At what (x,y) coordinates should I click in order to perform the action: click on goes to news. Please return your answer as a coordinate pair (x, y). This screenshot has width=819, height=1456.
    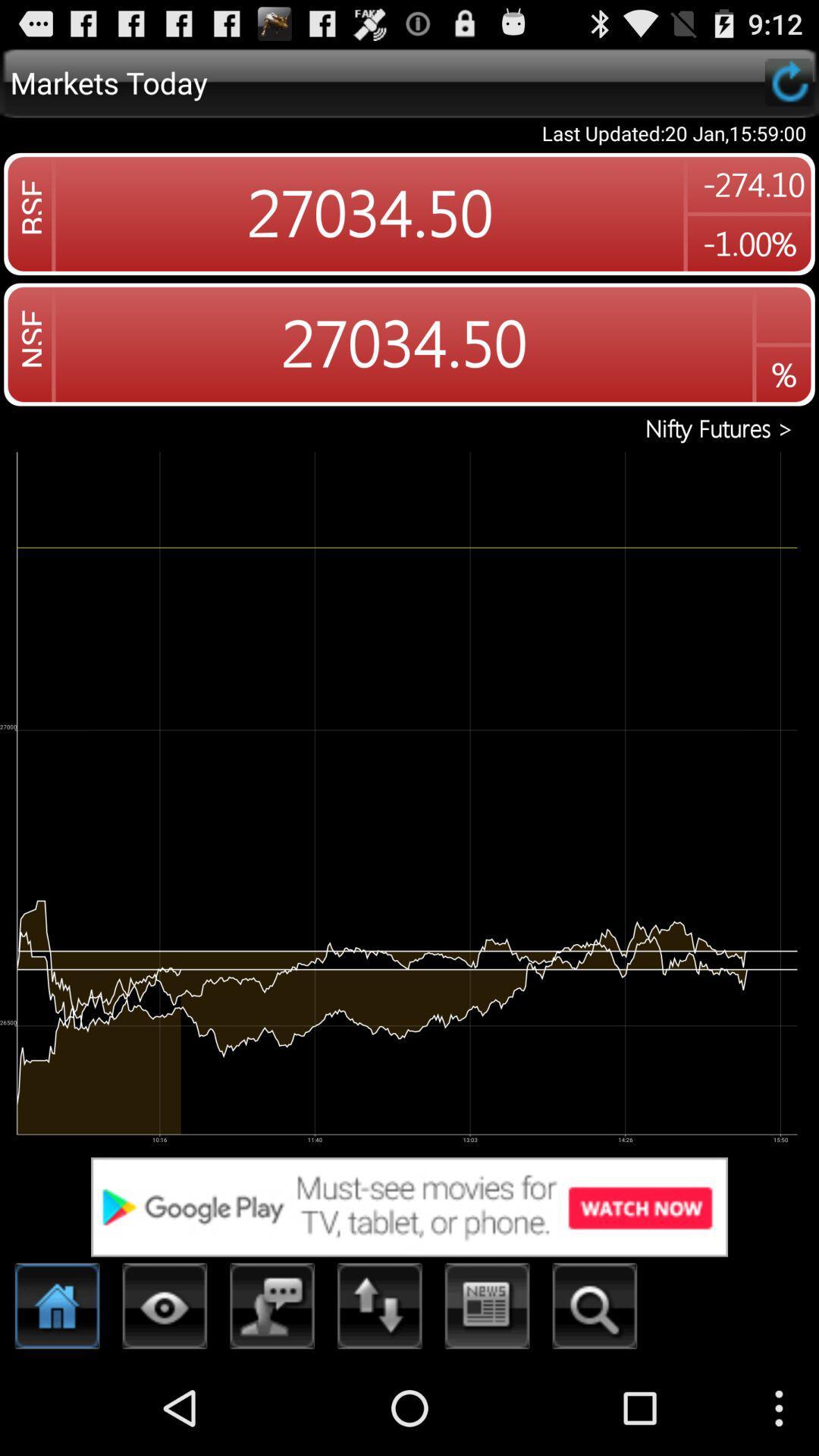
    Looking at the image, I should click on (488, 1310).